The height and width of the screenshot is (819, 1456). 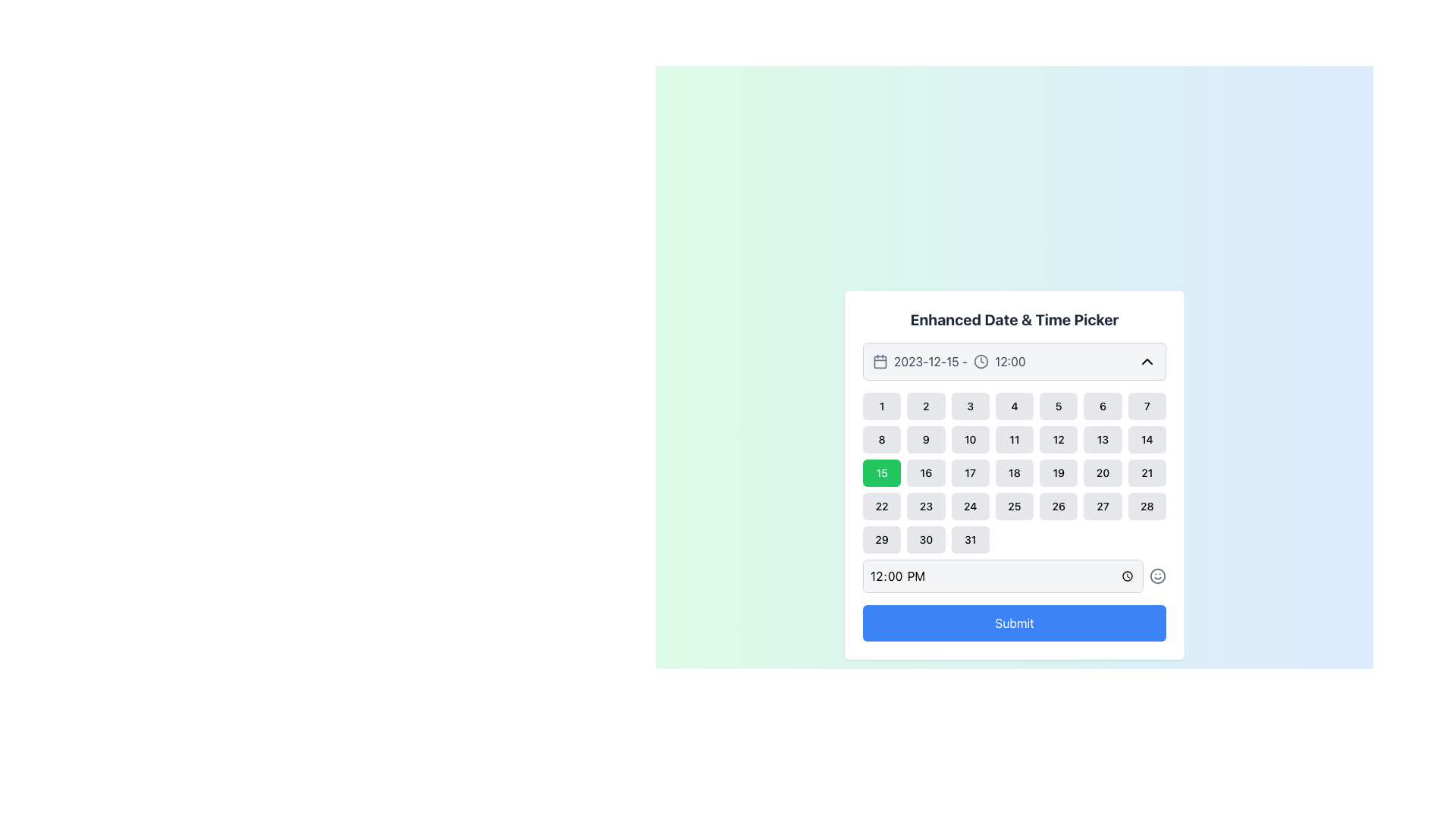 What do you see at coordinates (882, 539) in the screenshot?
I see `the button representing day 29 in the calendar interface` at bounding box center [882, 539].